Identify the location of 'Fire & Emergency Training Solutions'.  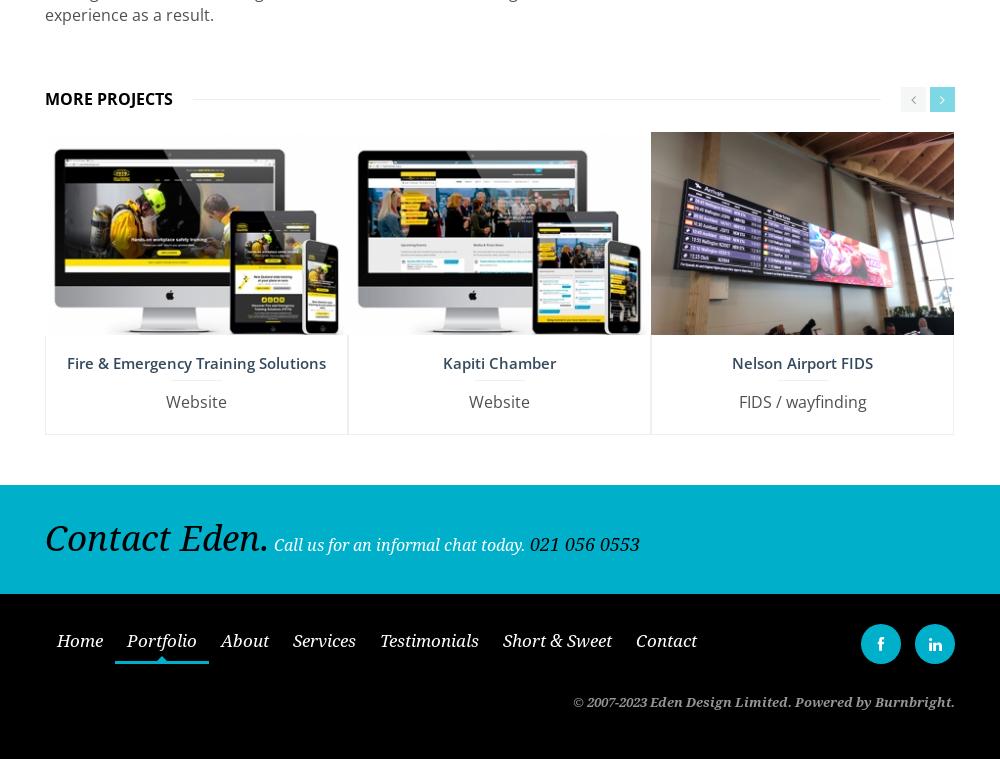
(195, 353).